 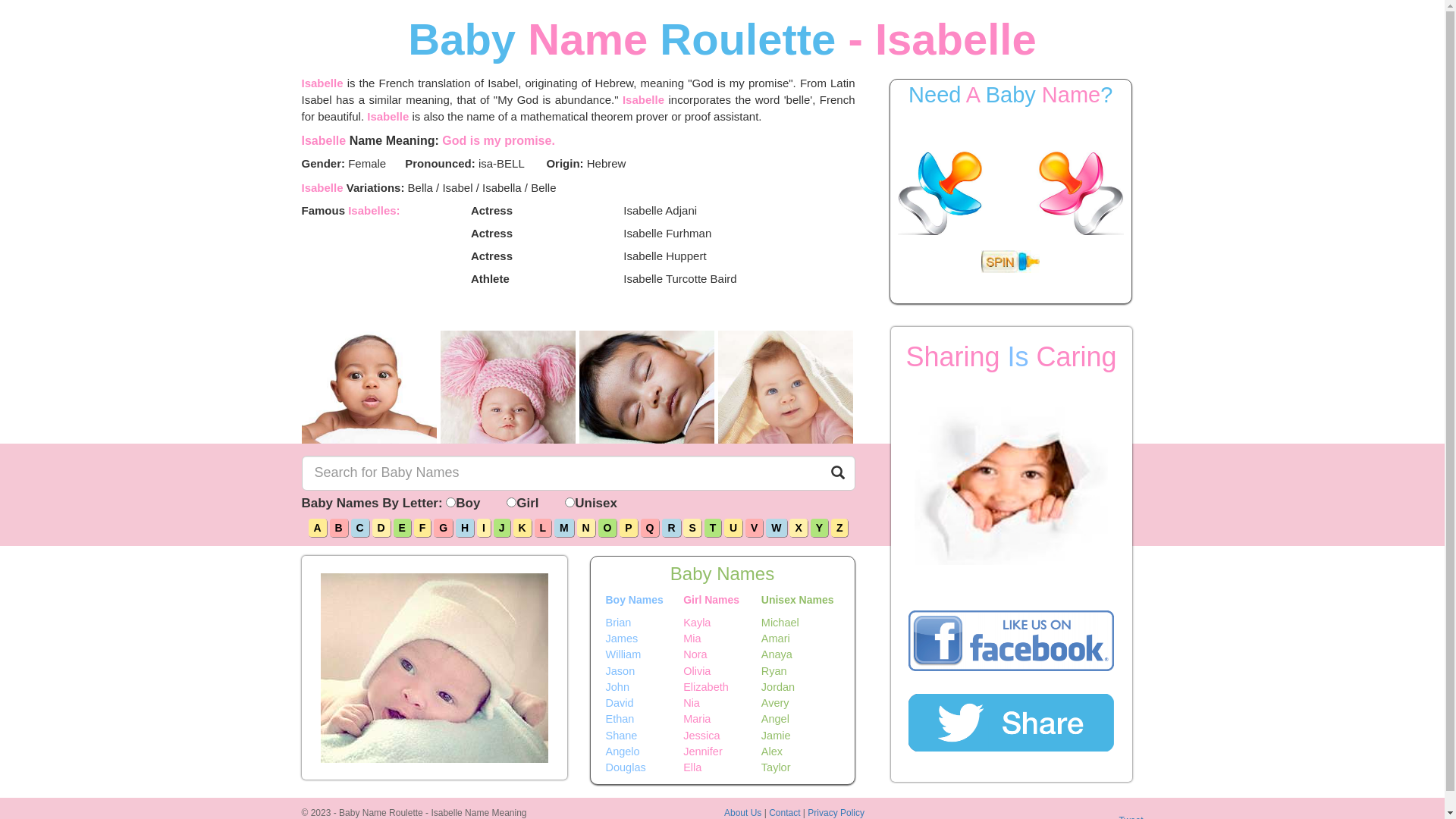 I want to click on 'Jason', so click(x=604, y=670).